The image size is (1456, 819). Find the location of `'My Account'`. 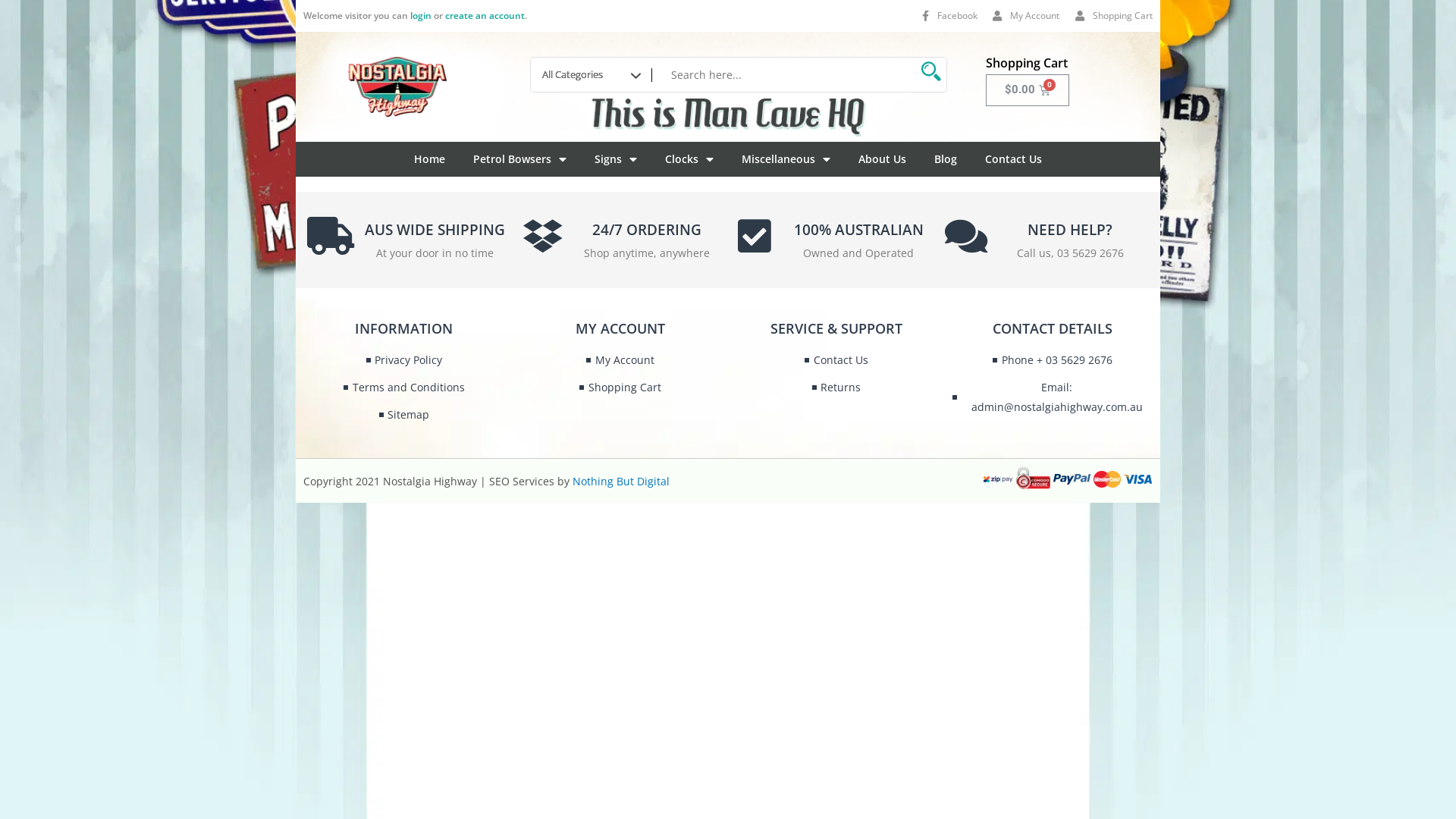

'My Account' is located at coordinates (620, 359).